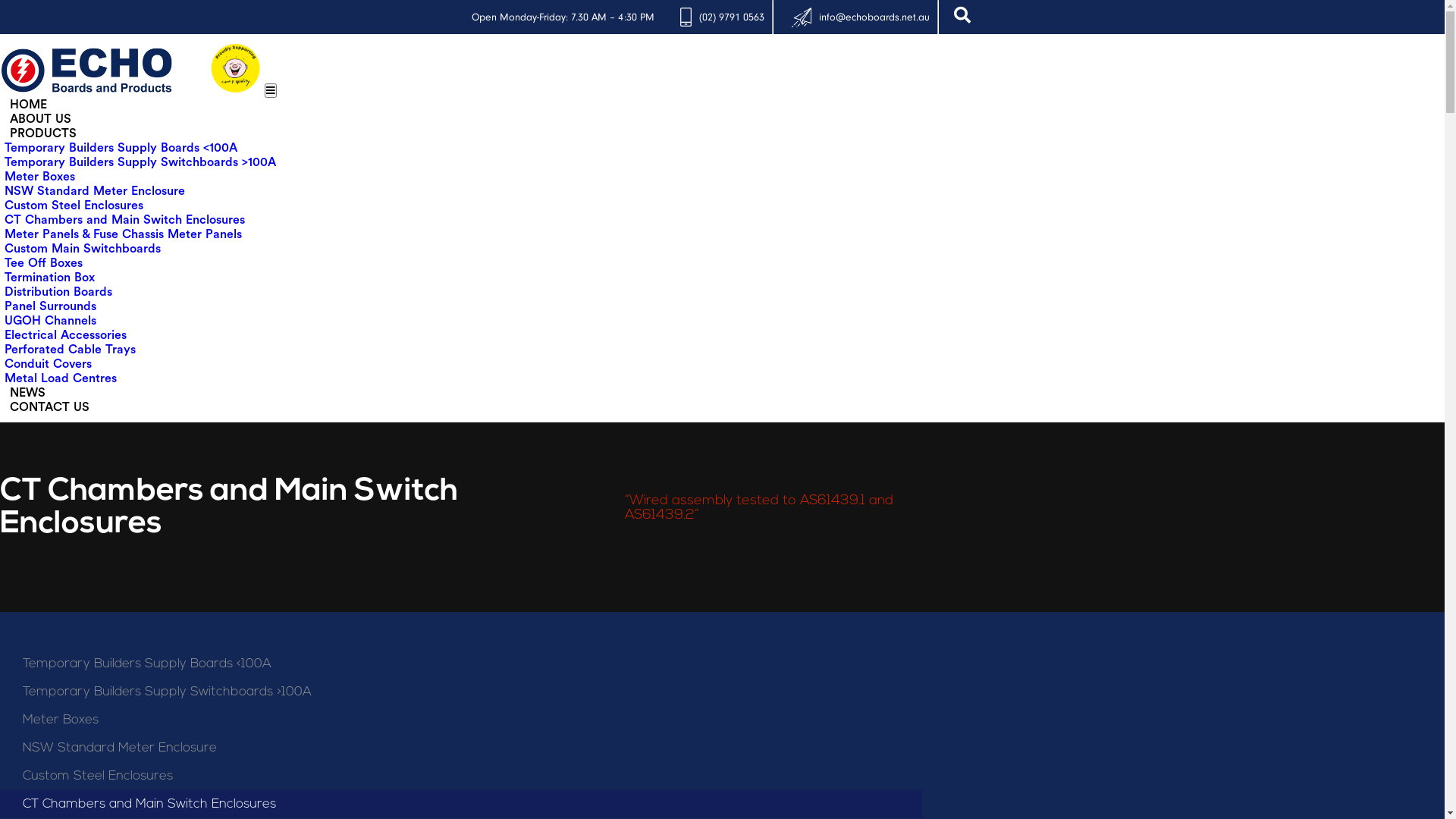  I want to click on 'Electrical Accessories', so click(4, 334).